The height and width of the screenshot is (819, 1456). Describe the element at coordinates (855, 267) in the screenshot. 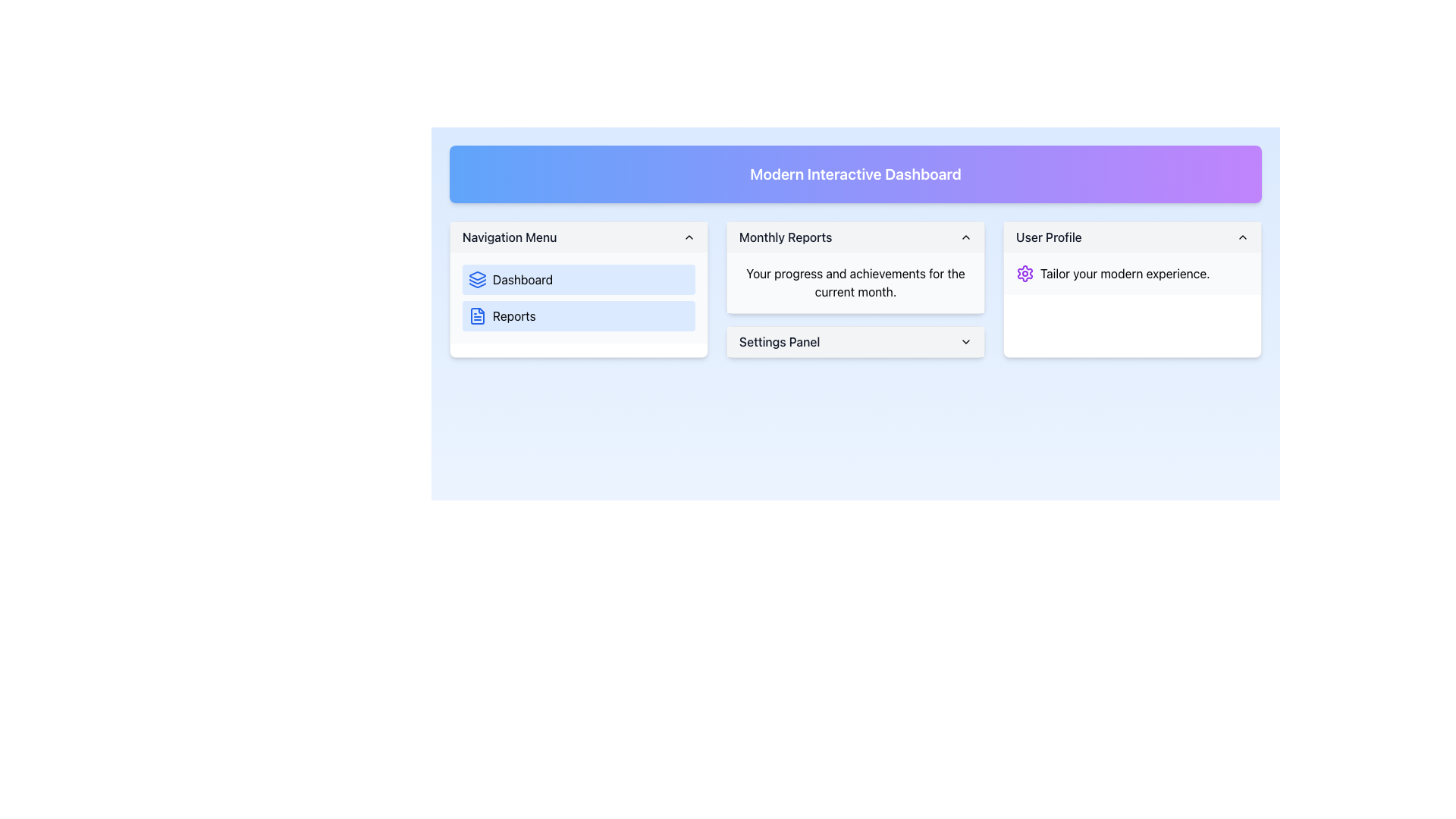

I see `the Informational panel labeled 'Monthly Reports' which contains the description 'Your progress and achievements for the current month.'` at that location.